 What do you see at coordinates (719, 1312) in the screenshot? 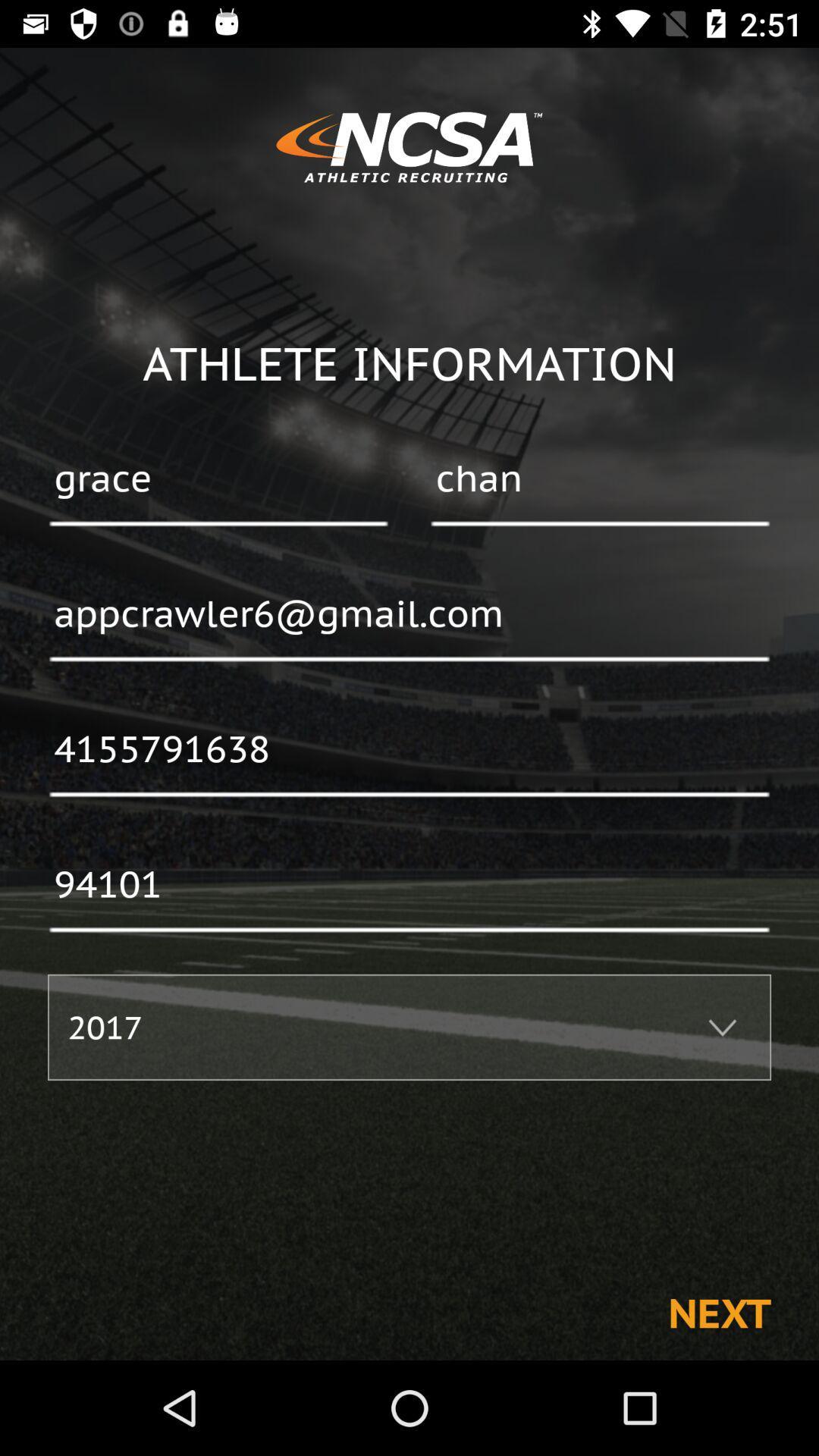
I see `the next icon` at bounding box center [719, 1312].